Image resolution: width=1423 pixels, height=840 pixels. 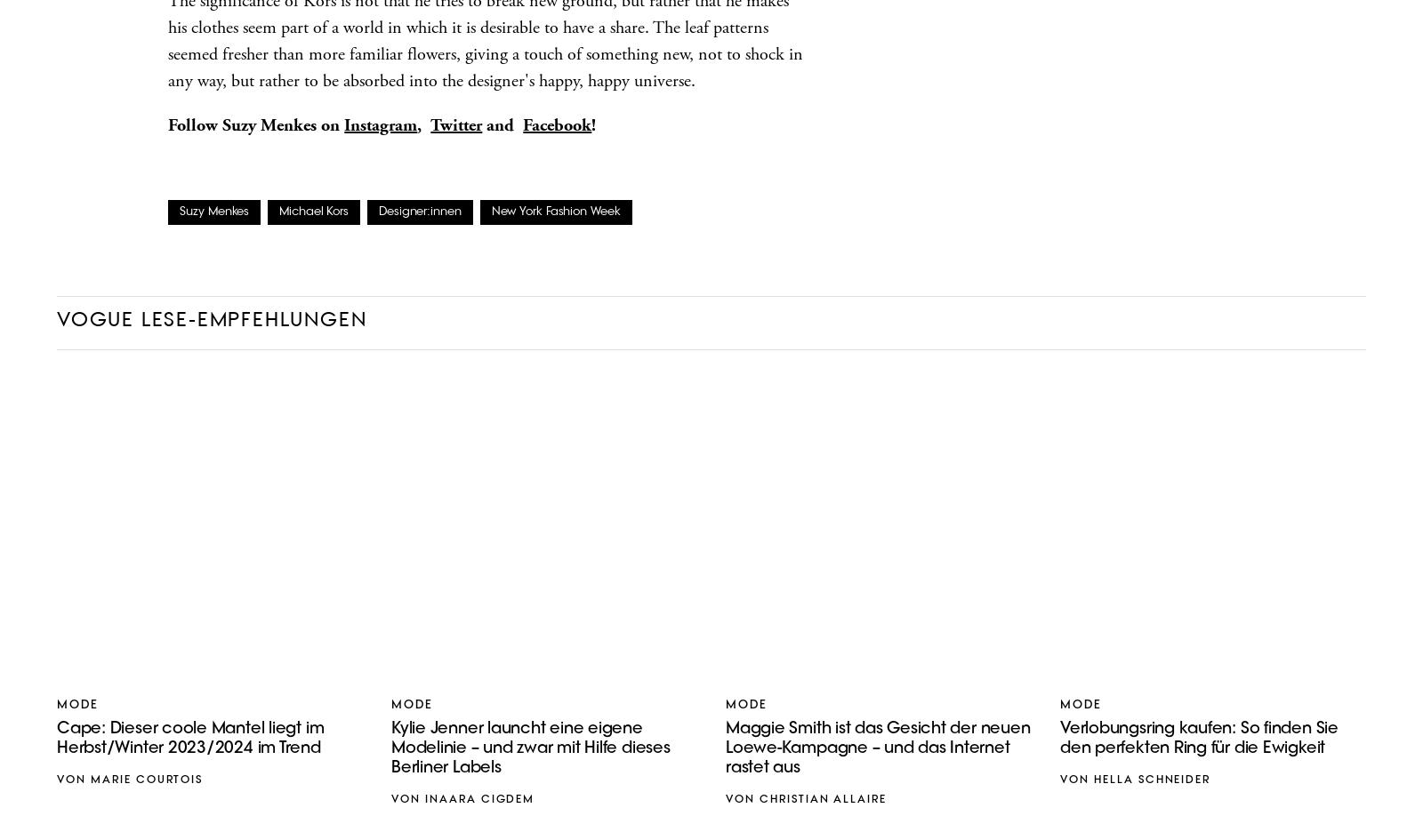 I want to click on 'Facebook', so click(x=557, y=124).